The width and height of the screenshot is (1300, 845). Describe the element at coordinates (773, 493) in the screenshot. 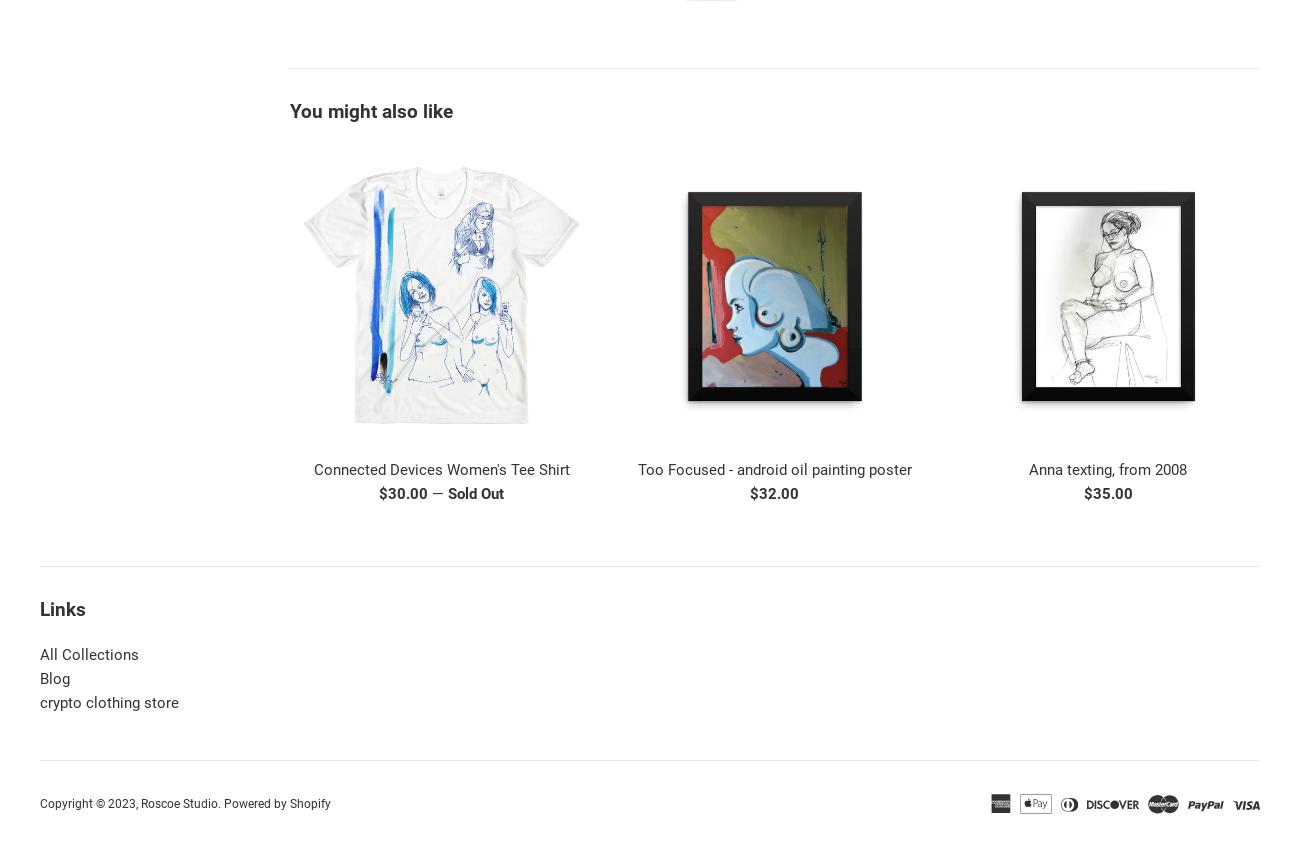

I see `'$32.00'` at that location.